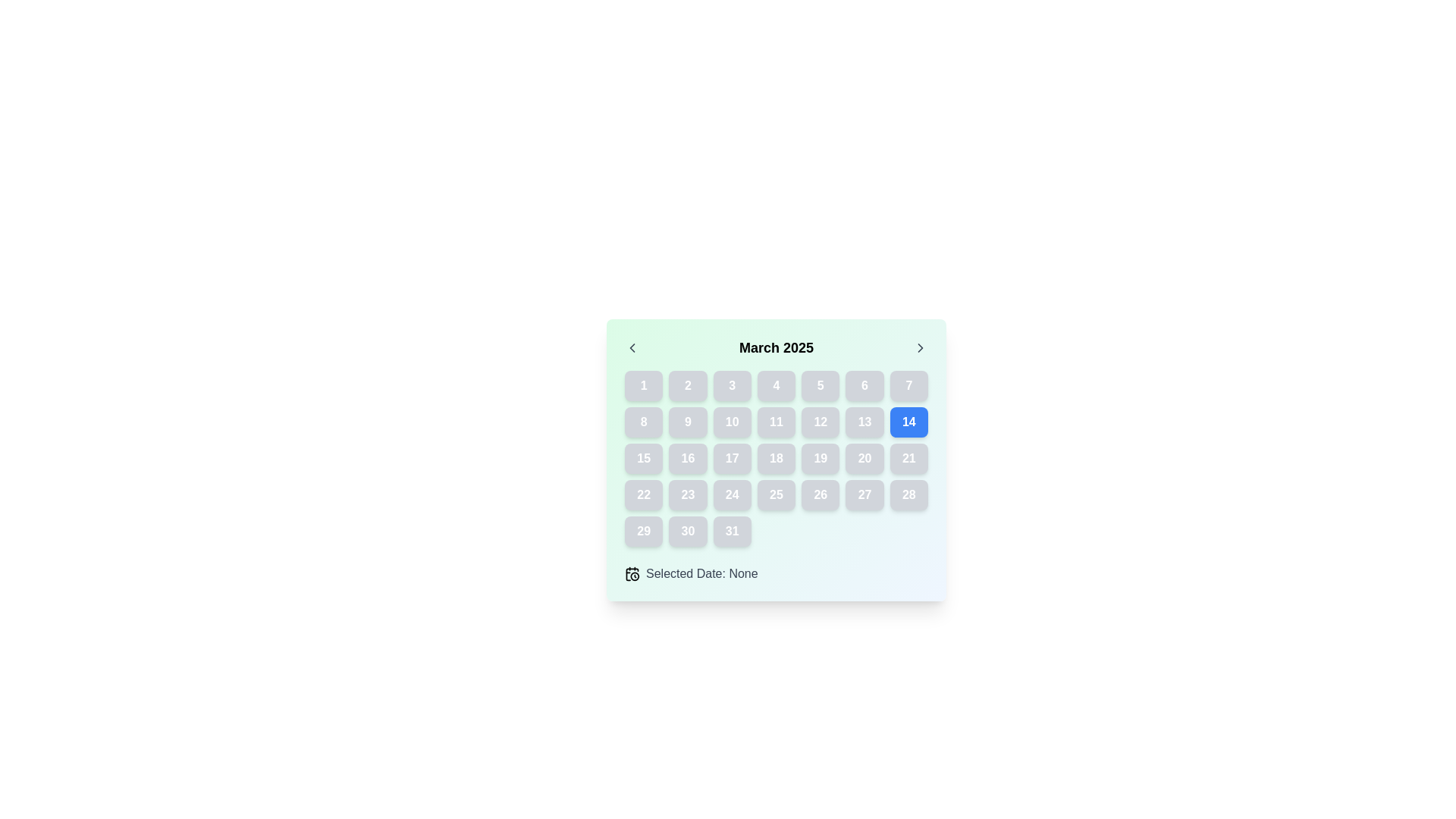 This screenshot has height=819, width=1456. I want to click on the button for the 16th day of the month in the calendar grid to change its background color, so click(687, 458).